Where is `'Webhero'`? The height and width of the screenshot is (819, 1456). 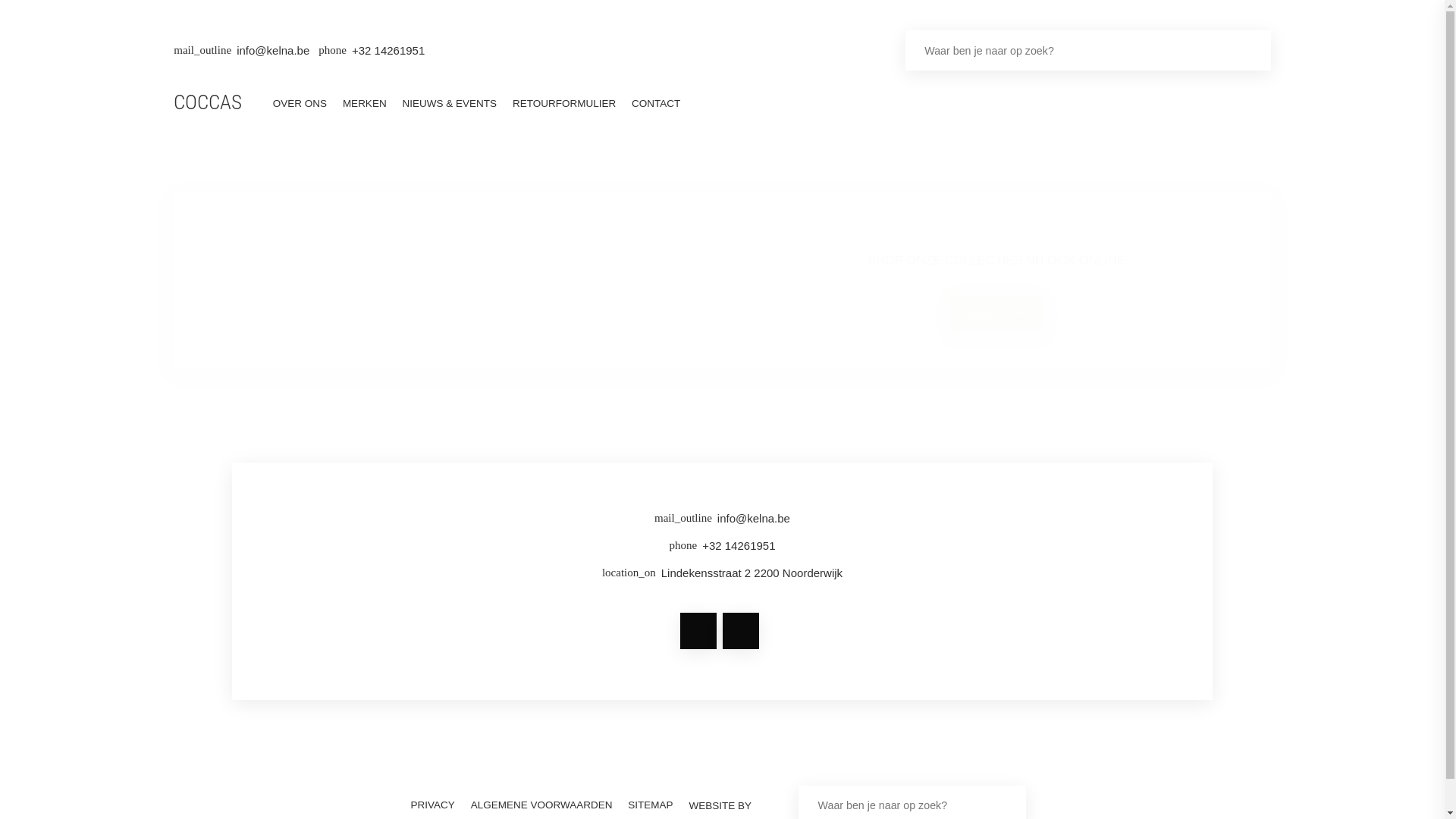
'Webhero' is located at coordinates (770, 805).